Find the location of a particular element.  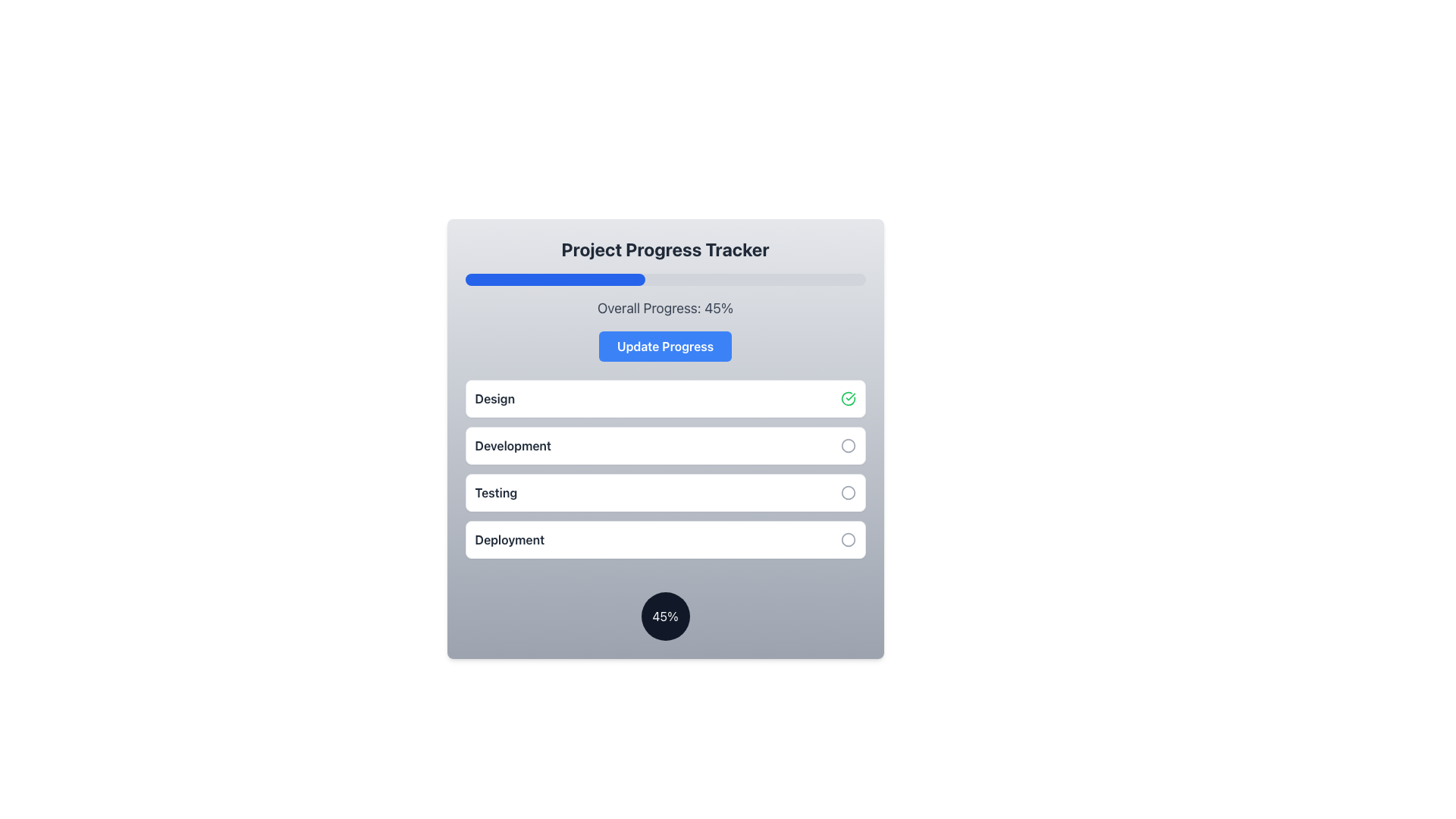

the circular green icon with a checkmark located adjacent to the 'Design' text is located at coordinates (847, 397).